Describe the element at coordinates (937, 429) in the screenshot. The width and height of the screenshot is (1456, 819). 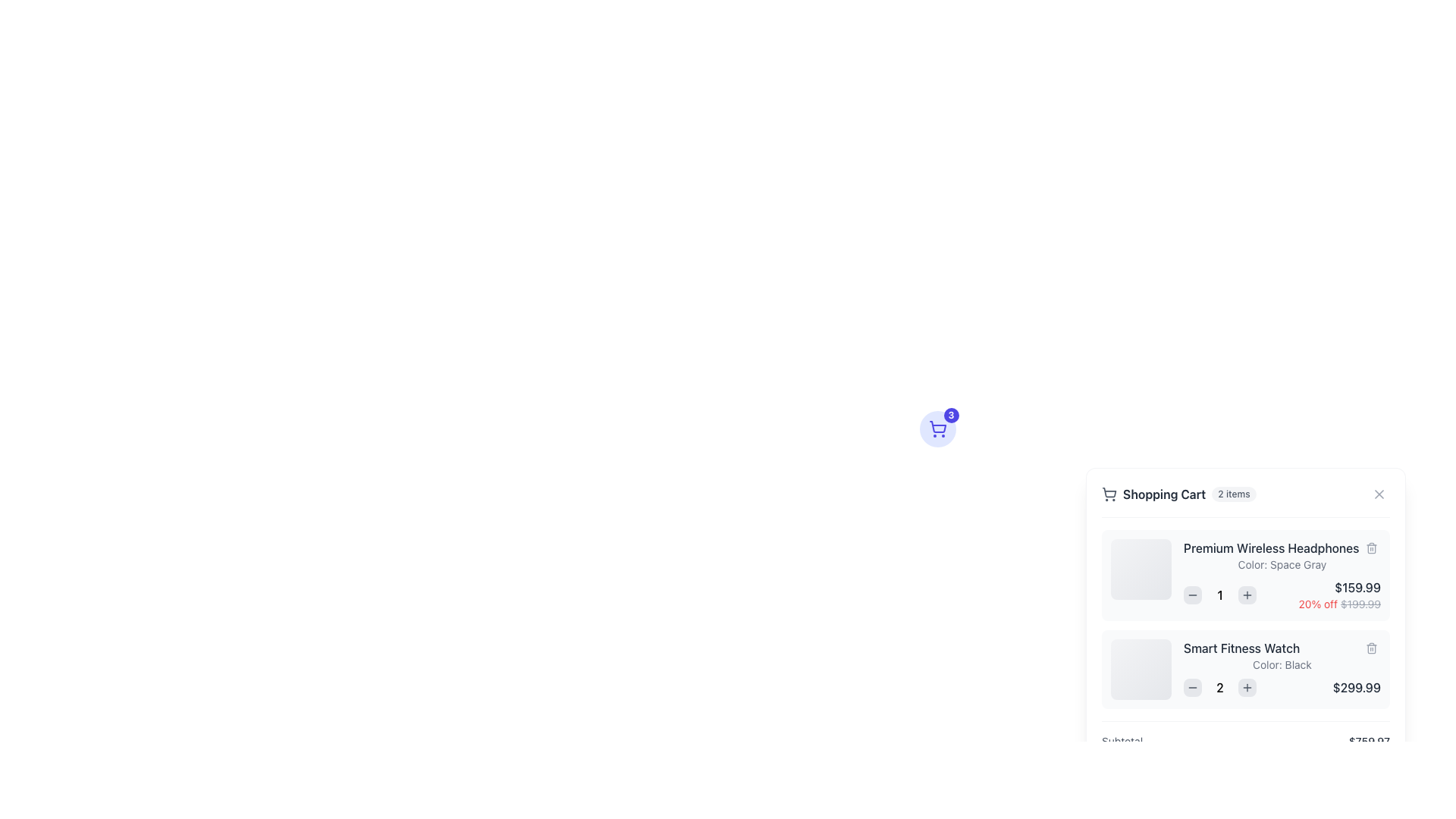
I see `the shopping cart button with icon and badge` at that location.